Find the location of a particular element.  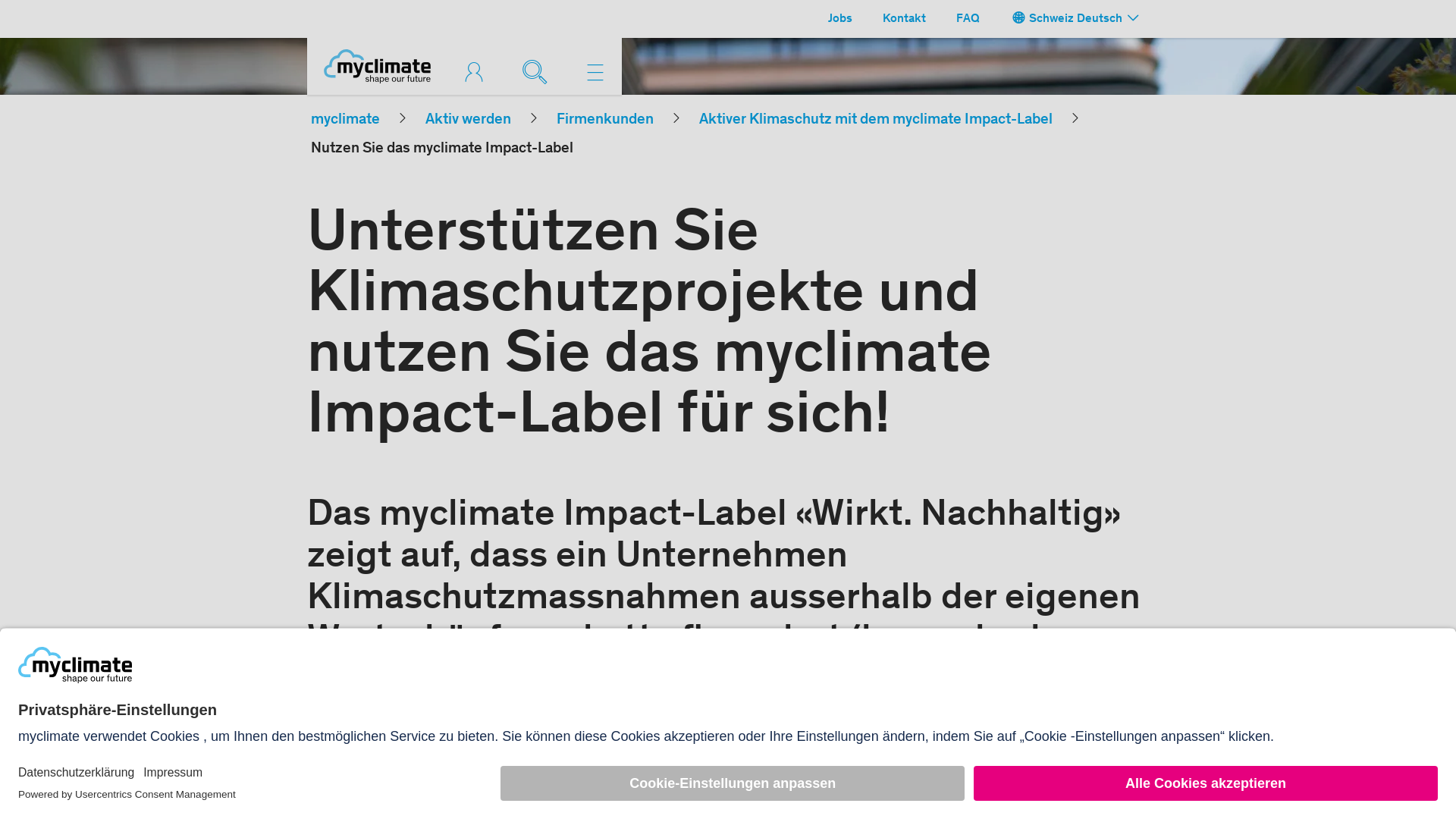

'myclimate' is located at coordinates (344, 119).